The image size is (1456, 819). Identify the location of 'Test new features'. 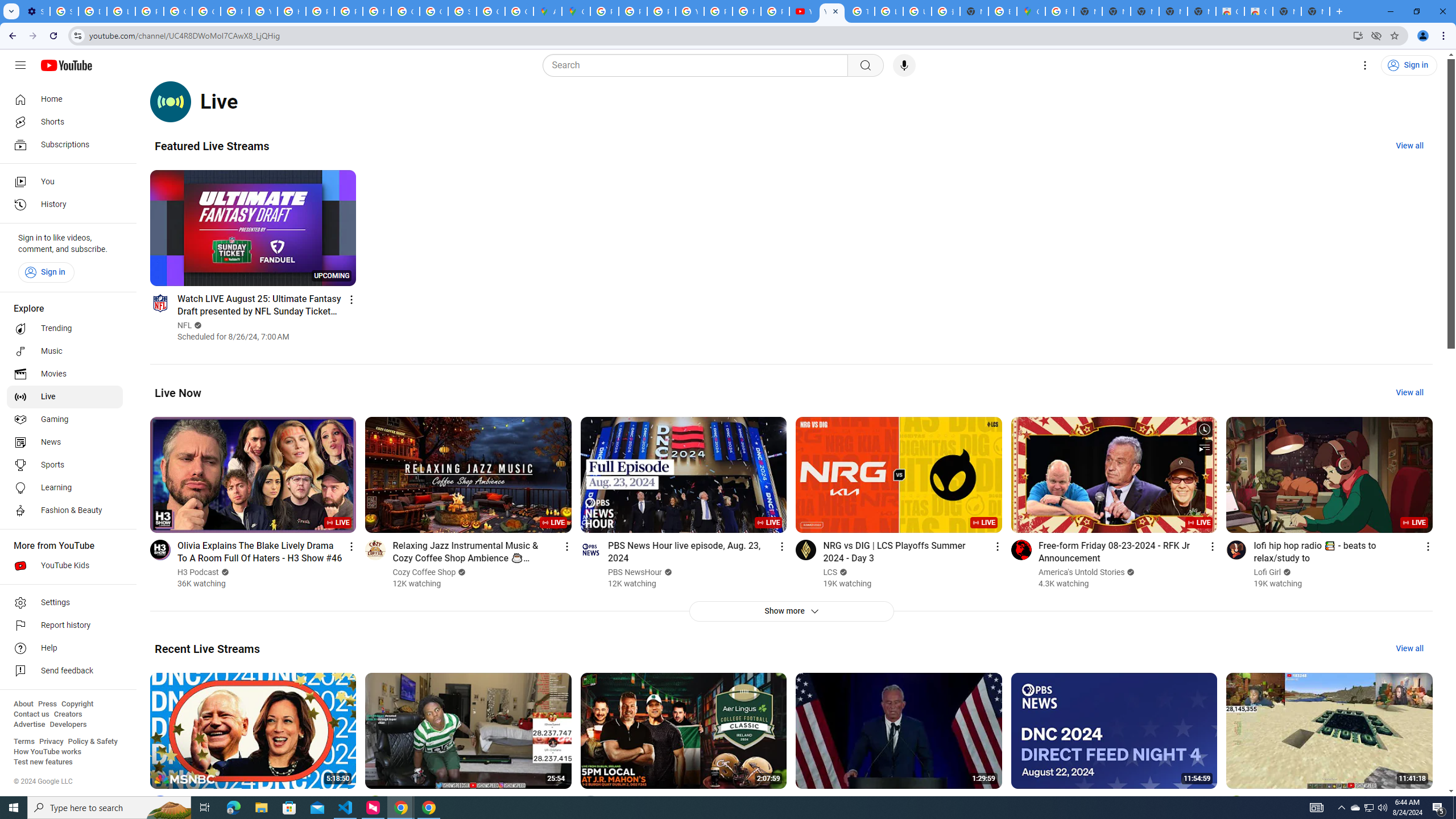
(42, 761).